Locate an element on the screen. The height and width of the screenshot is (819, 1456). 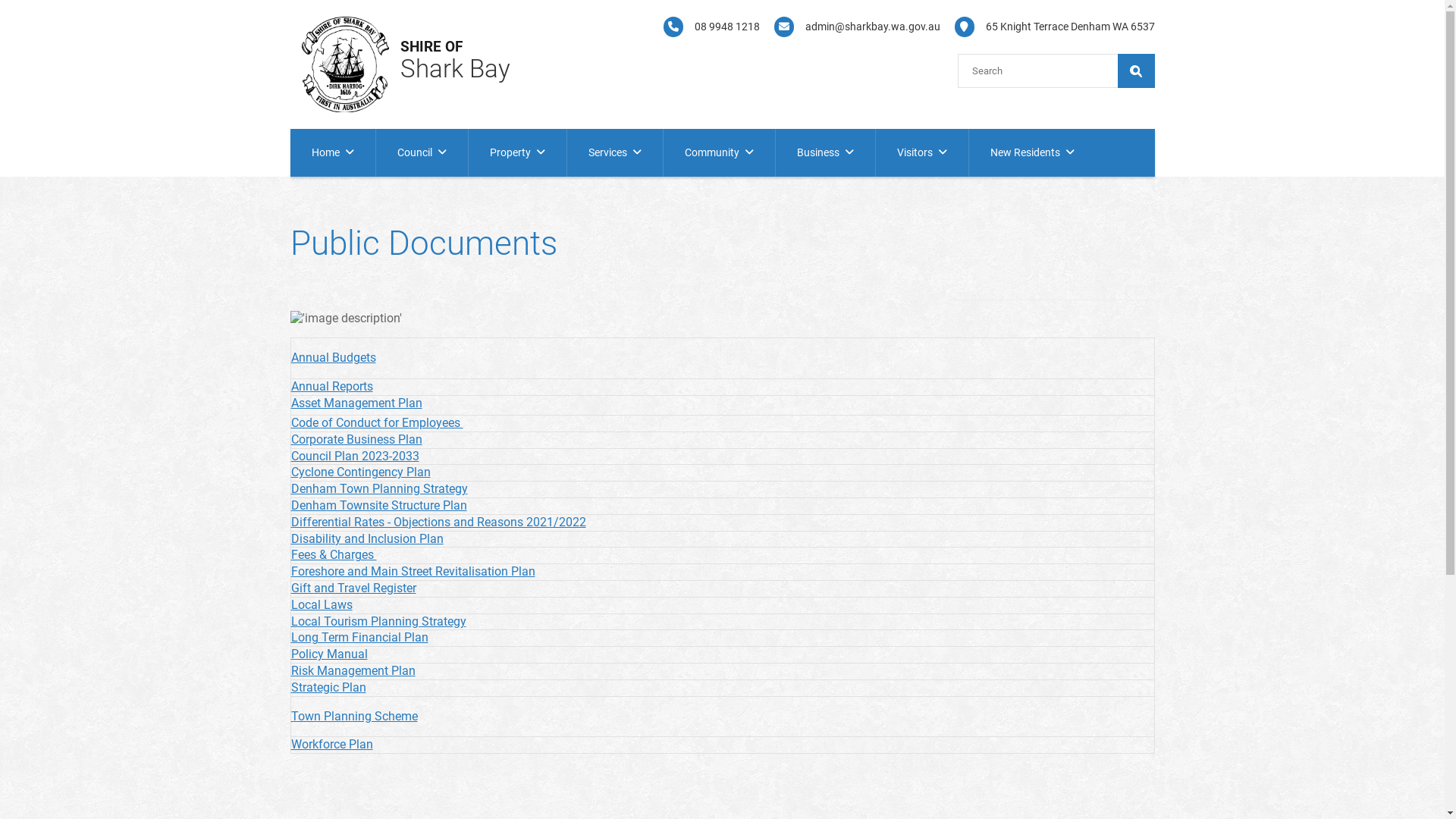
'Fees & Charges ' is located at coordinates (333, 554).